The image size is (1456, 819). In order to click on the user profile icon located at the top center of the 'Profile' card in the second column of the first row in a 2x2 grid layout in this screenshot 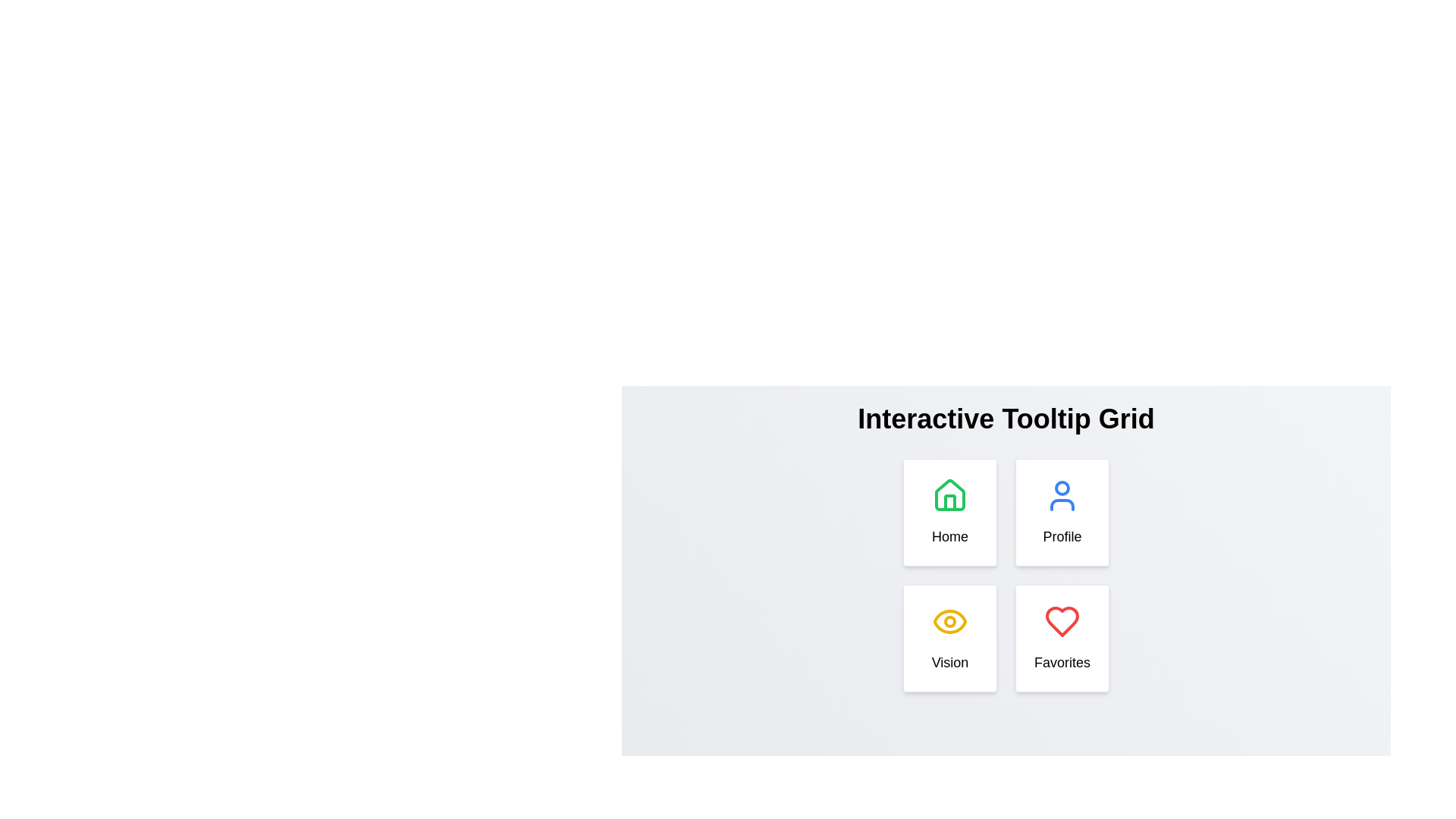, I will do `click(1062, 496)`.